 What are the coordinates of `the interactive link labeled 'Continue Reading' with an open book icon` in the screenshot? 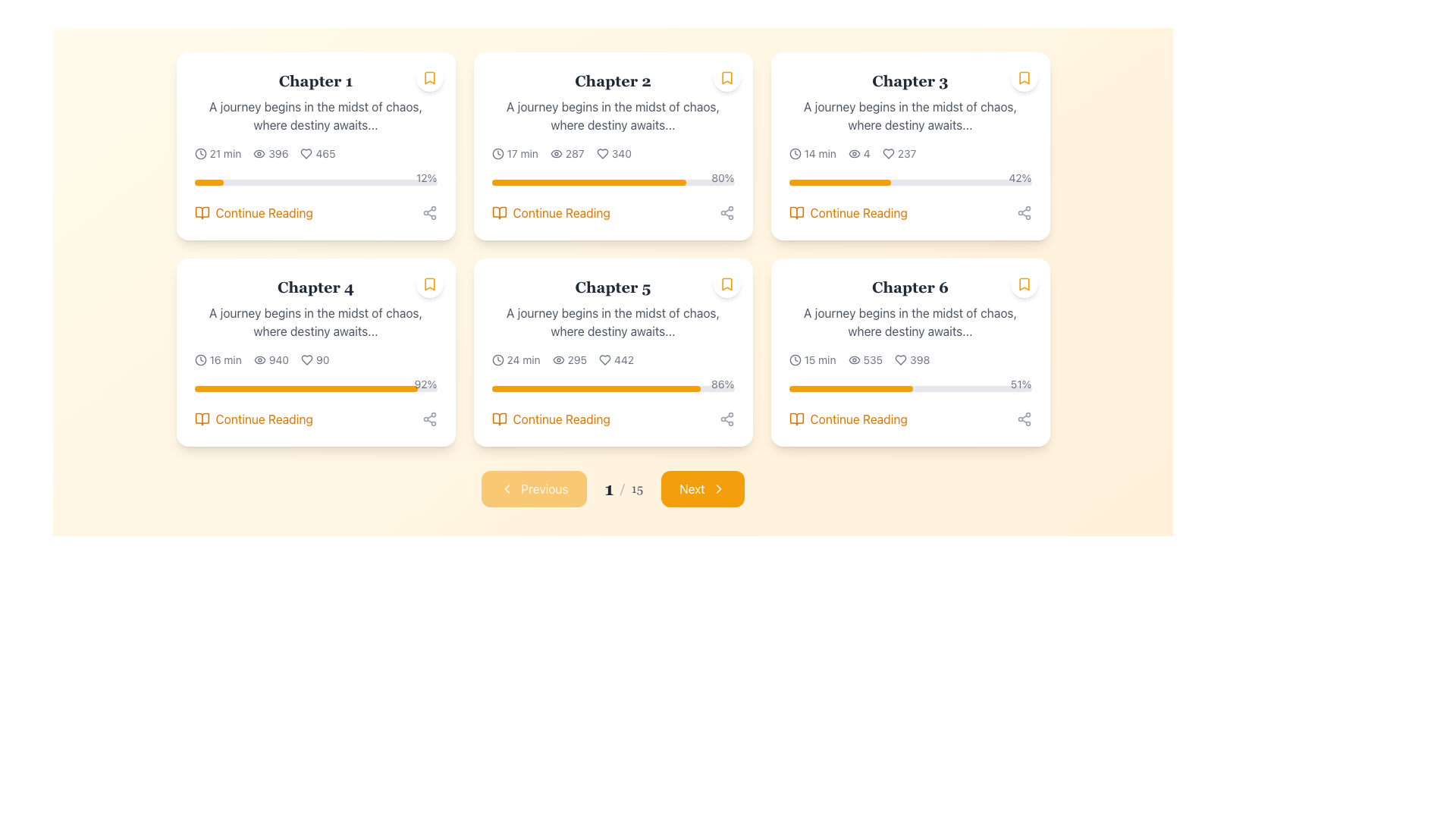 It's located at (550, 213).